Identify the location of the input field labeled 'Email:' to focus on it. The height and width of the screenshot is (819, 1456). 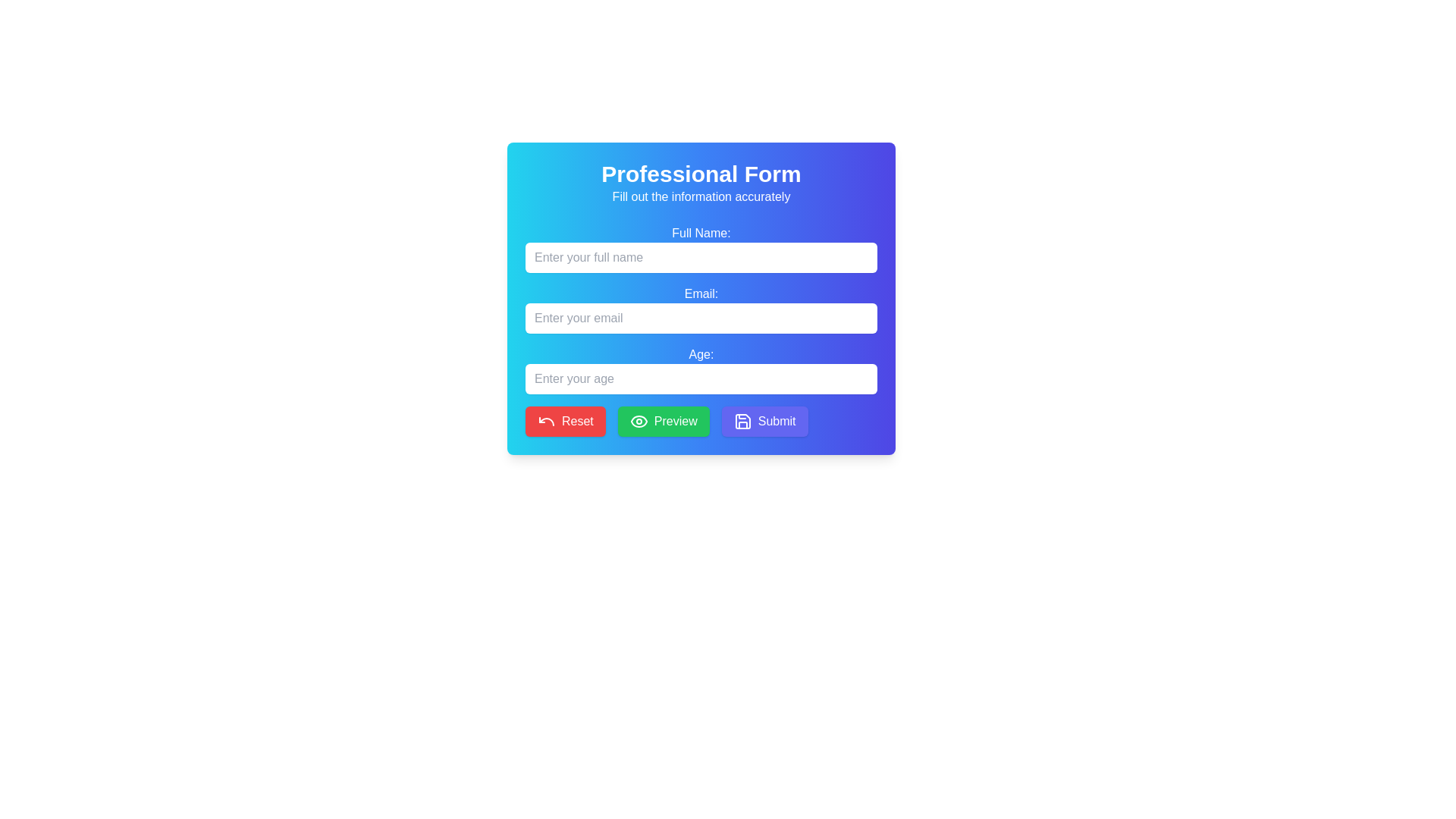
(701, 309).